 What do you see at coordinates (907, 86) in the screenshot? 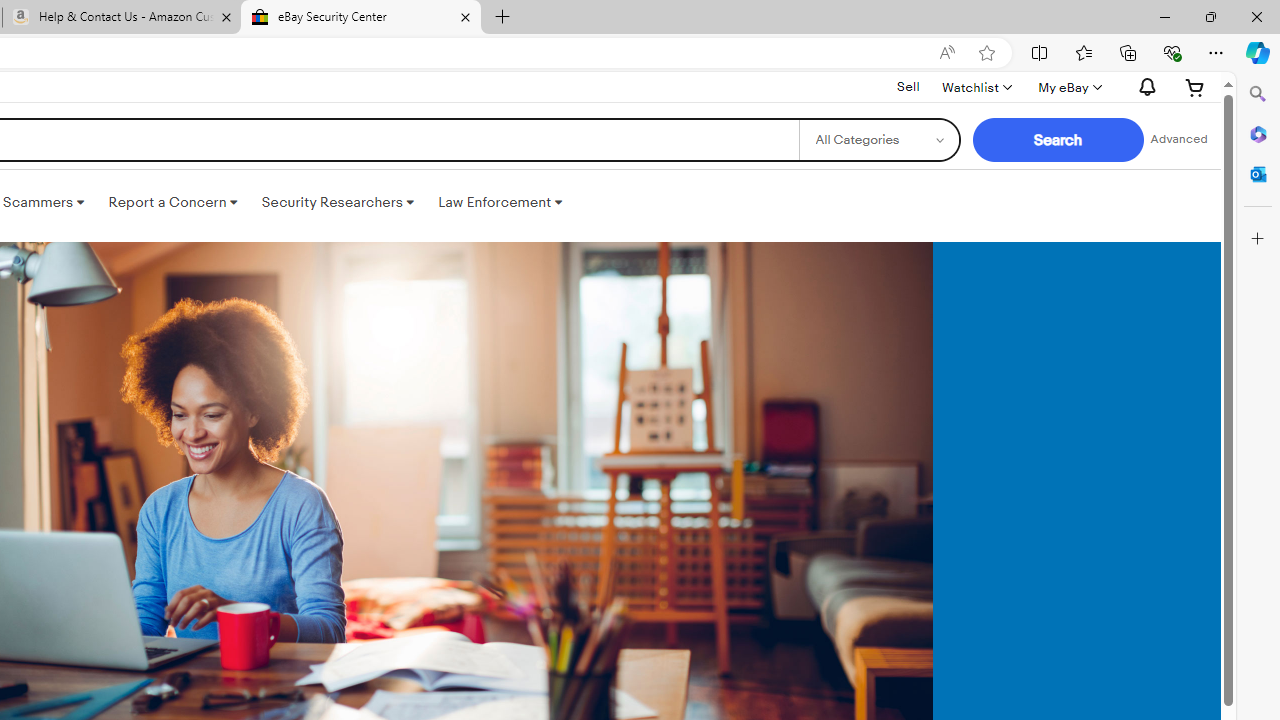
I see `'Sell'` at bounding box center [907, 86].